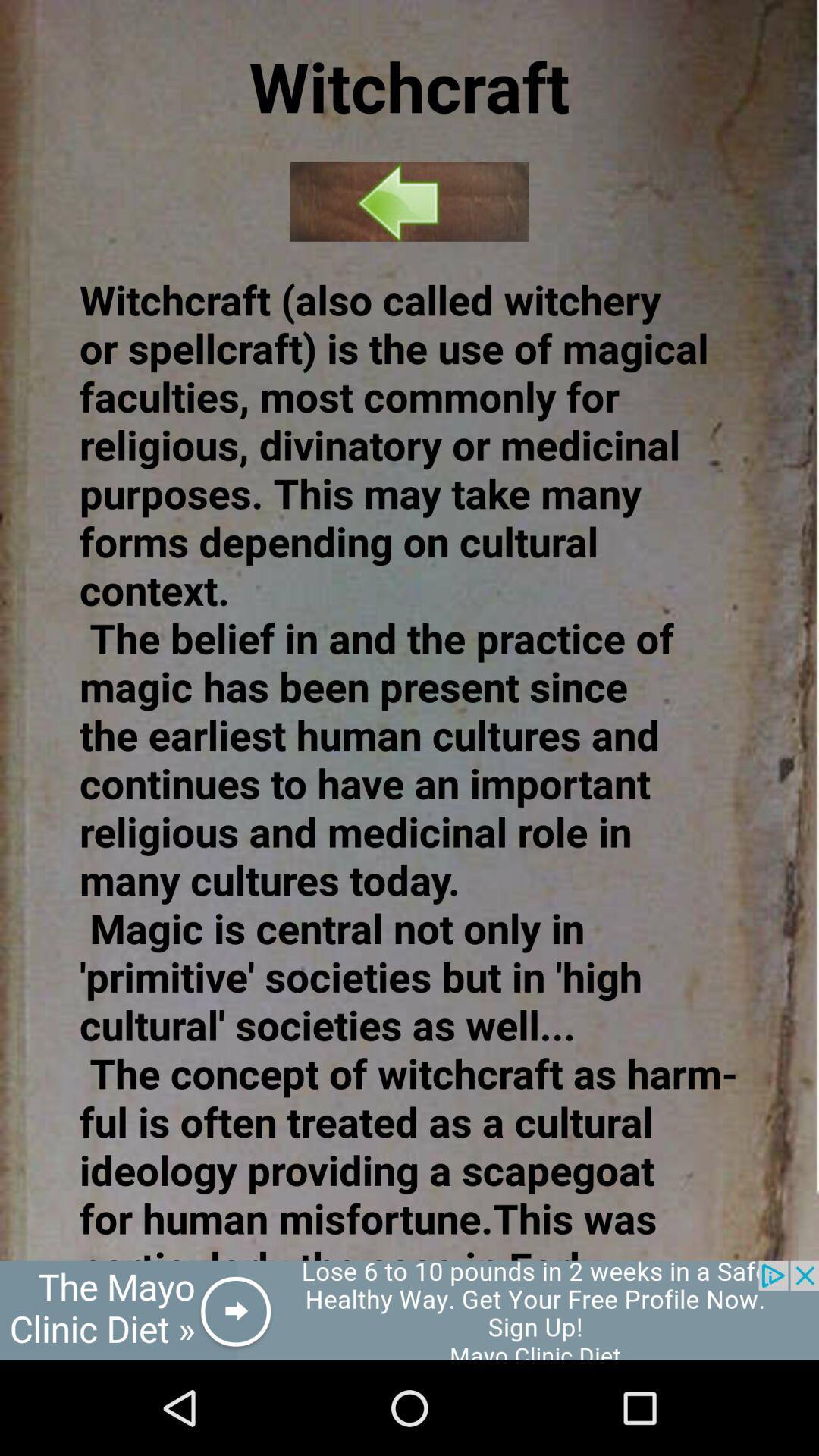  What do you see at coordinates (409, 201) in the screenshot?
I see `previous page` at bounding box center [409, 201].